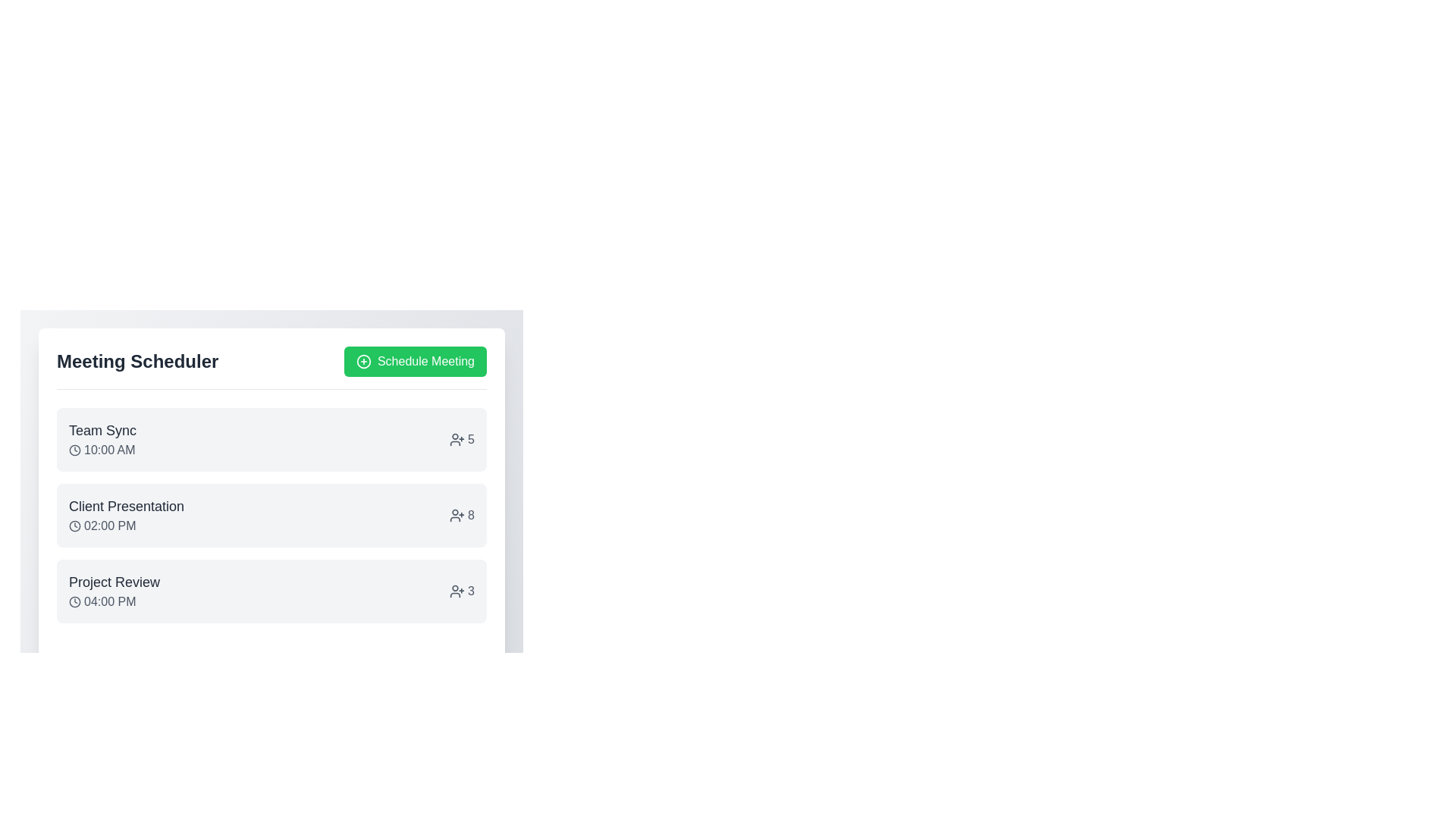  I want to click on the SVG icon with a circular outline and a plus symbol inside it, located on the left side of the green button labeled 'Schedule Meeting', so click(364, 362).